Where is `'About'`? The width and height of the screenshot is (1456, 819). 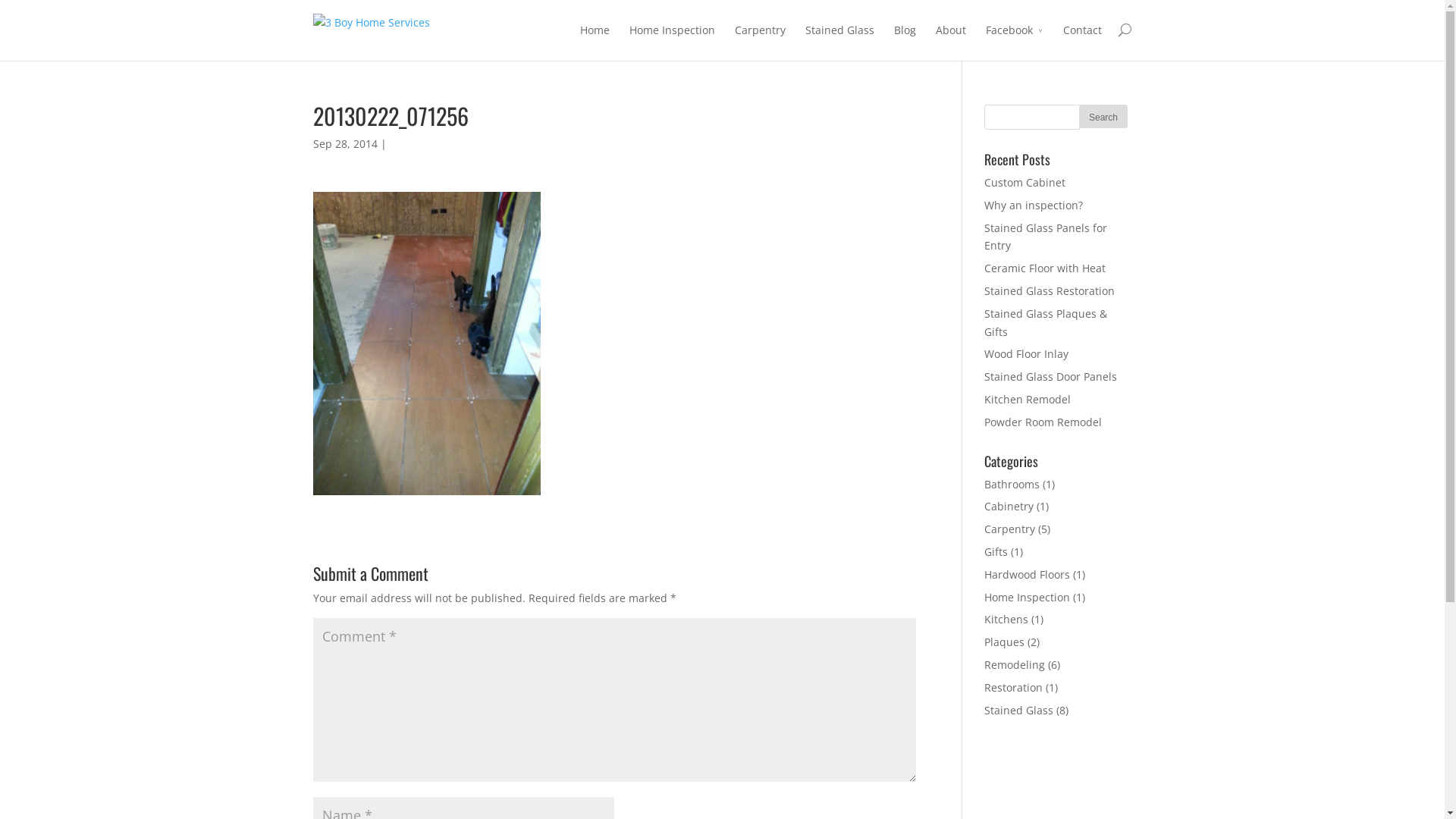 'About' is located at coordinates (949, 40).